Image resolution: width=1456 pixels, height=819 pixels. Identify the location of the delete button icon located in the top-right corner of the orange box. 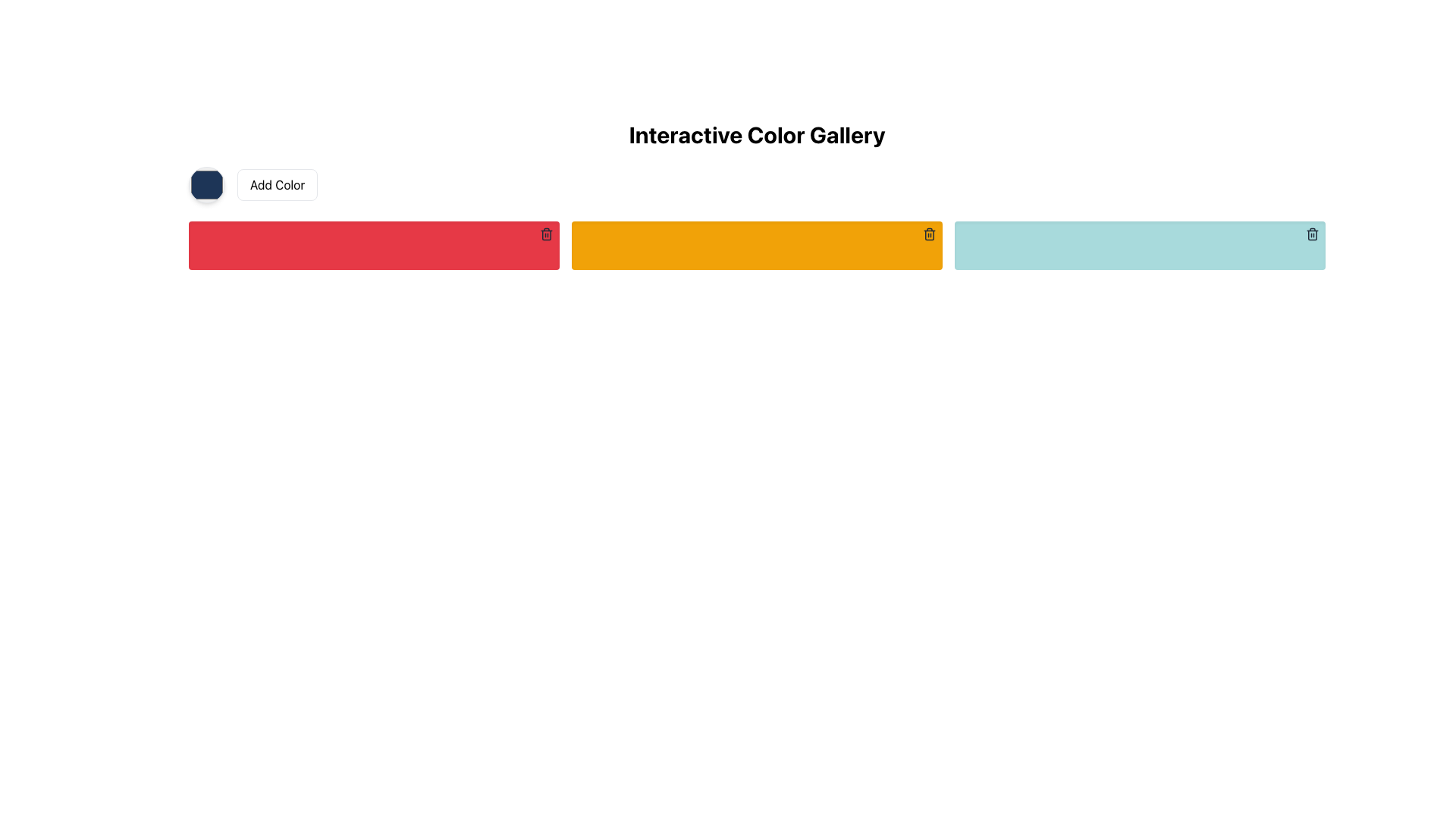
(928, 234).